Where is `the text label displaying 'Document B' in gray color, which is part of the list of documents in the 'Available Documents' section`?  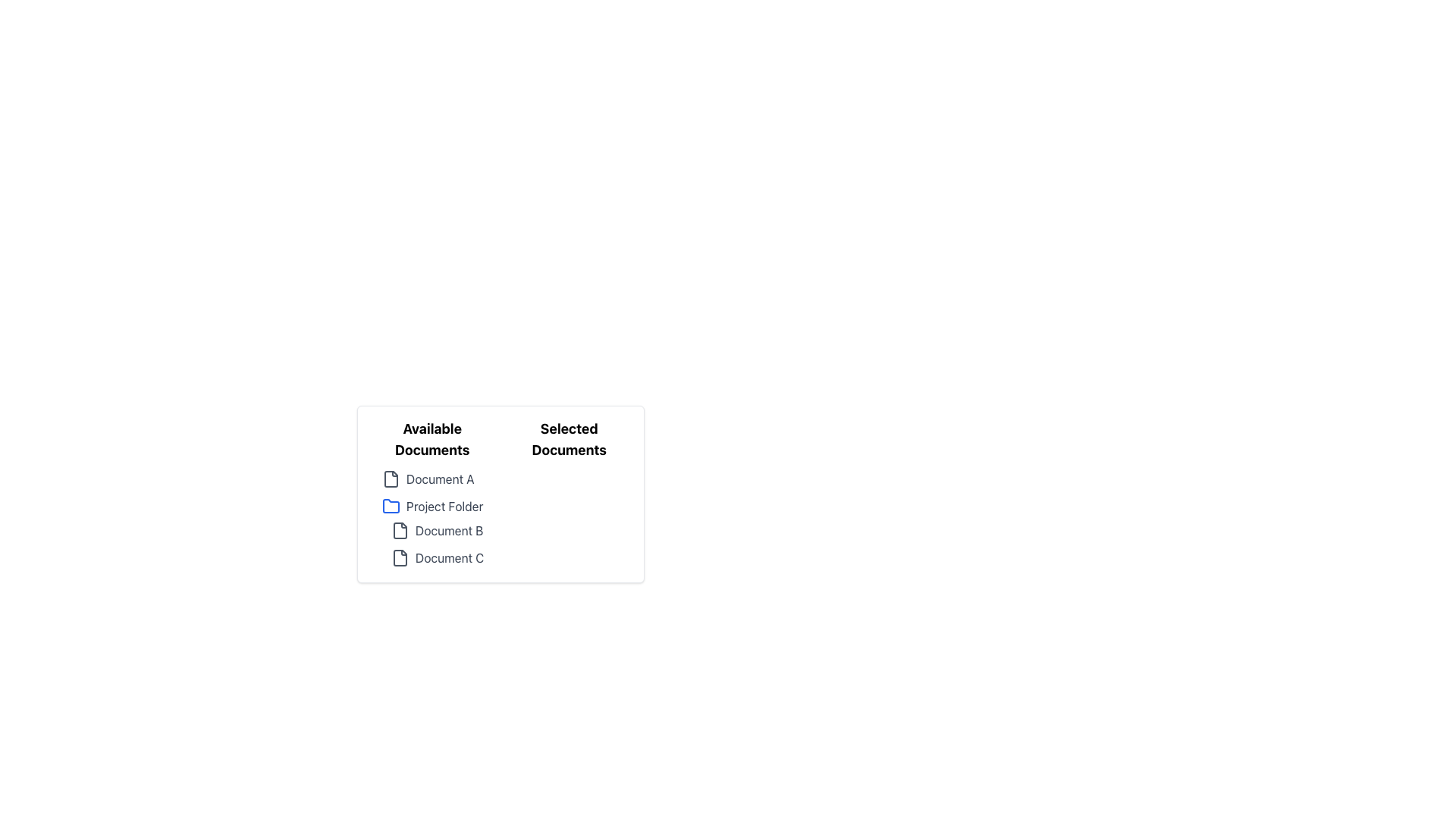
the text label displaying 'Document B' in gray color, which is part of the list of documents in the 'Available Documents' section is located at coordinates (448, 529).